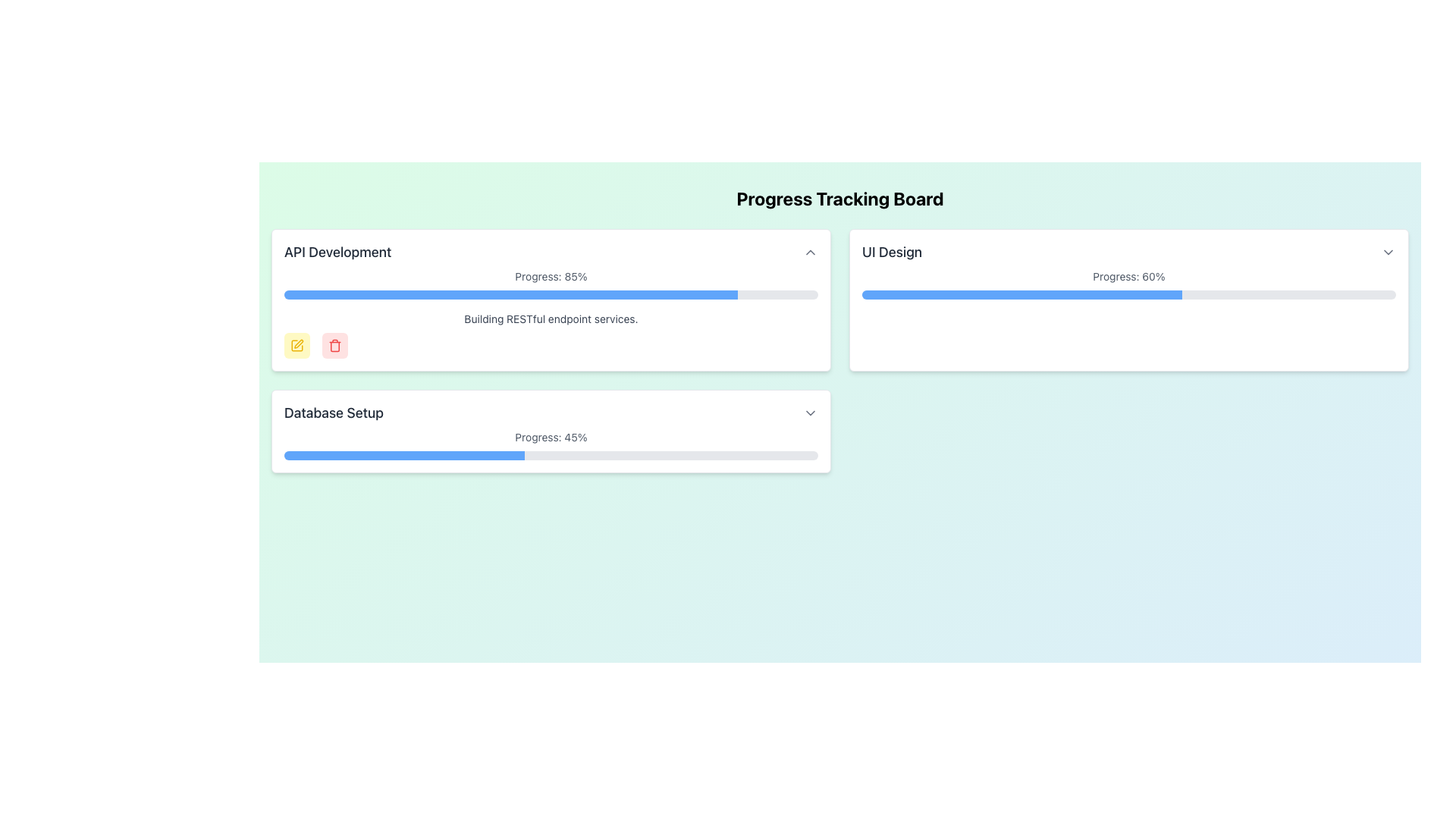  I want to click on the delete icon located within the 'API Development' card, so click(334, 345).